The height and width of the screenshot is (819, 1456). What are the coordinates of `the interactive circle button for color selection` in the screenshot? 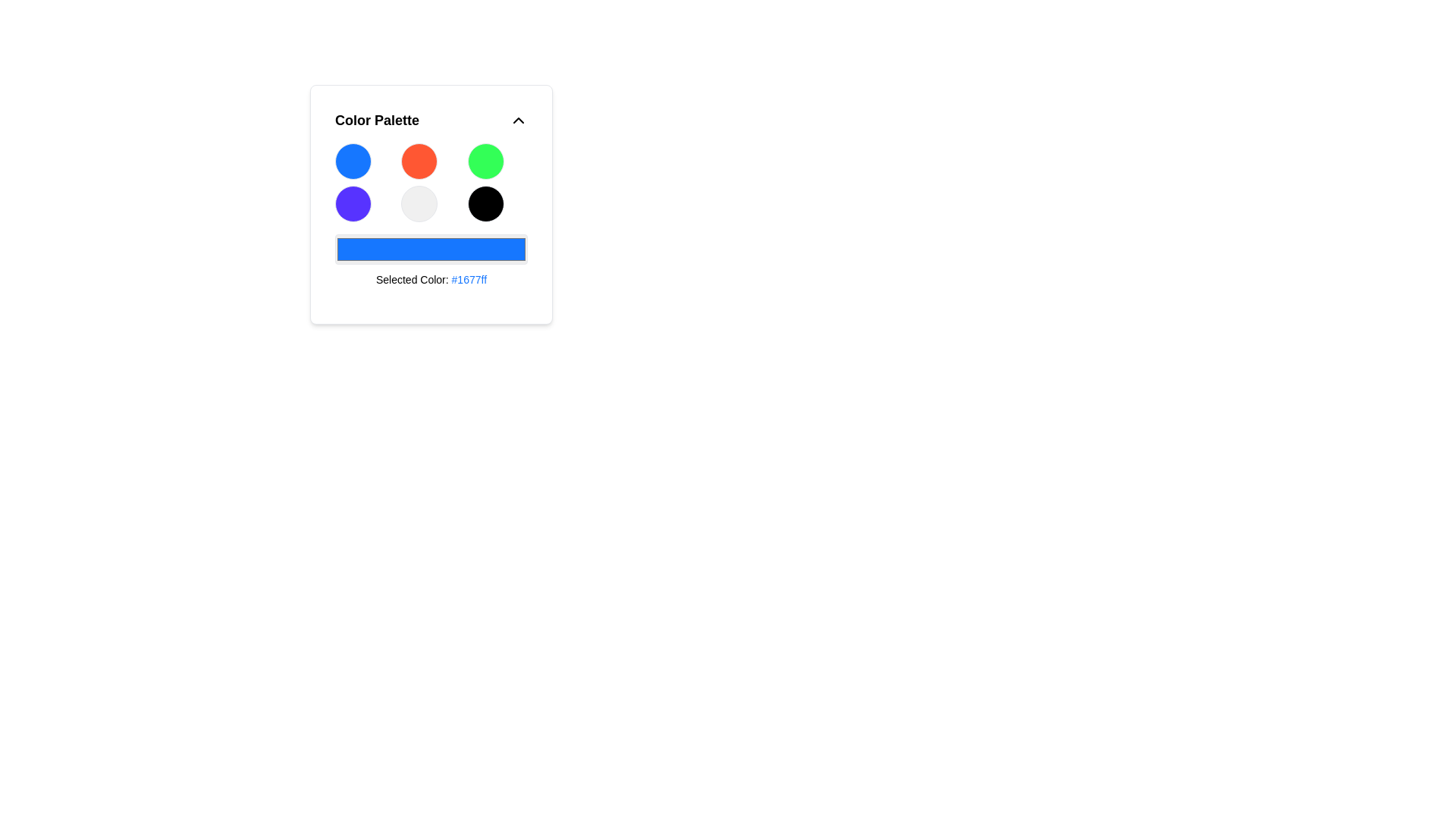 It's located at (431, 205).